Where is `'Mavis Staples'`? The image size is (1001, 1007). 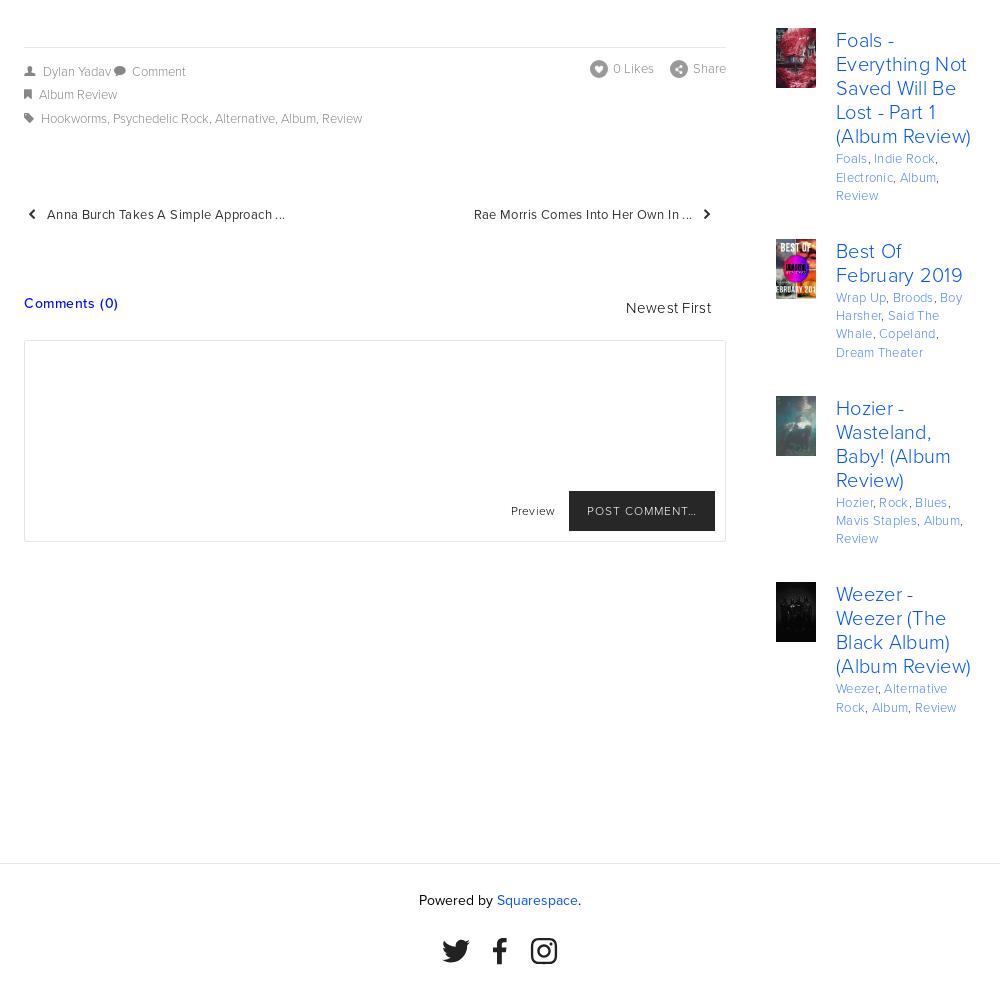 'Mavis Staples' is located at coordinates (875, 518).